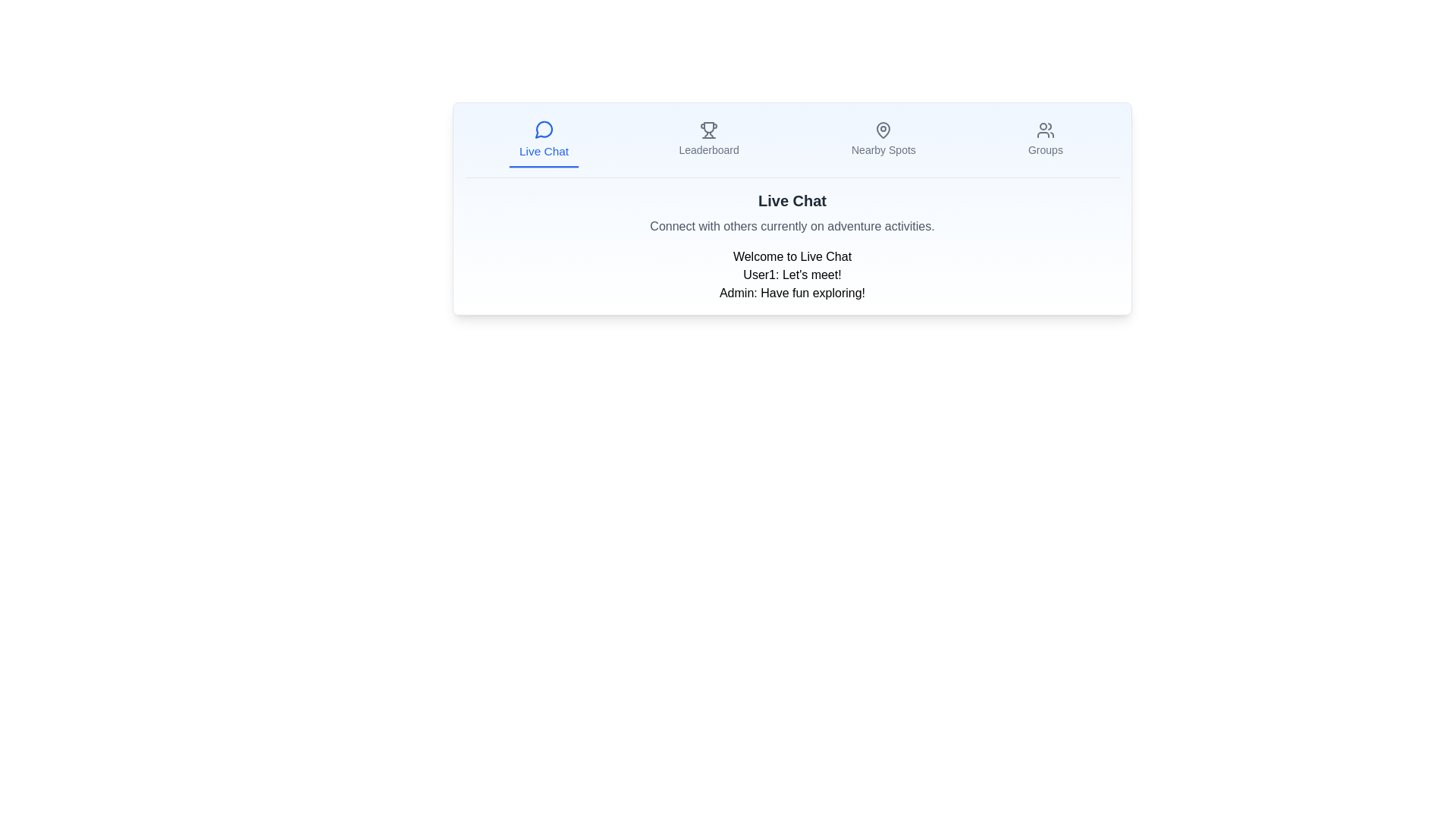  What do you see at coordinates (708, 149) in the screenshot?
I see `'Leaderboard' static text label located in the top navigation bar, positioned between 'Live Chat' and 'Nearby Spots'` at bounding box center [708, 149].